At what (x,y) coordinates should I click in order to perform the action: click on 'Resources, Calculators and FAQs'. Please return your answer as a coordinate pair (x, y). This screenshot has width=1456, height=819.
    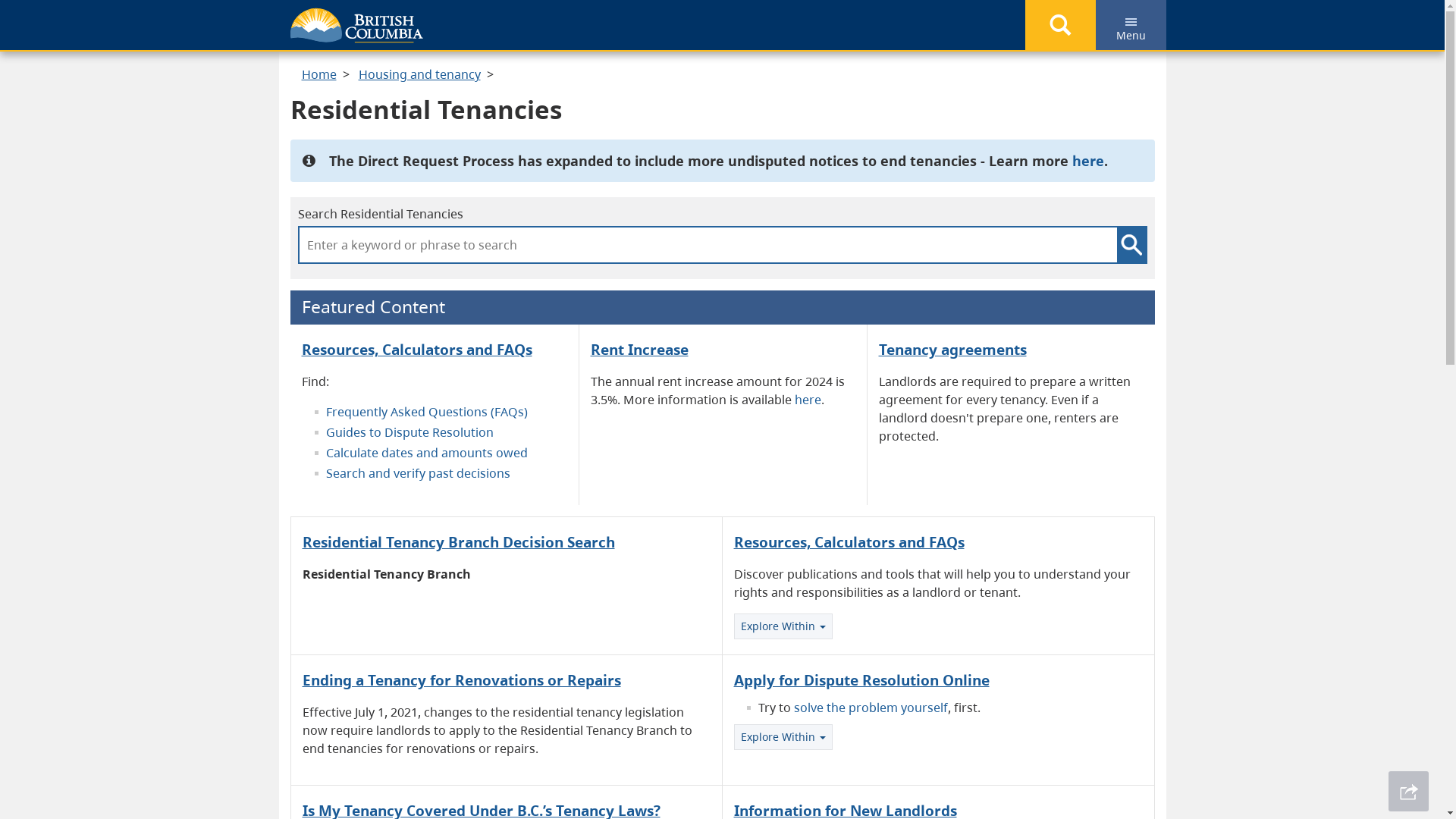
    Looking at the image, I should click on (302, 349).